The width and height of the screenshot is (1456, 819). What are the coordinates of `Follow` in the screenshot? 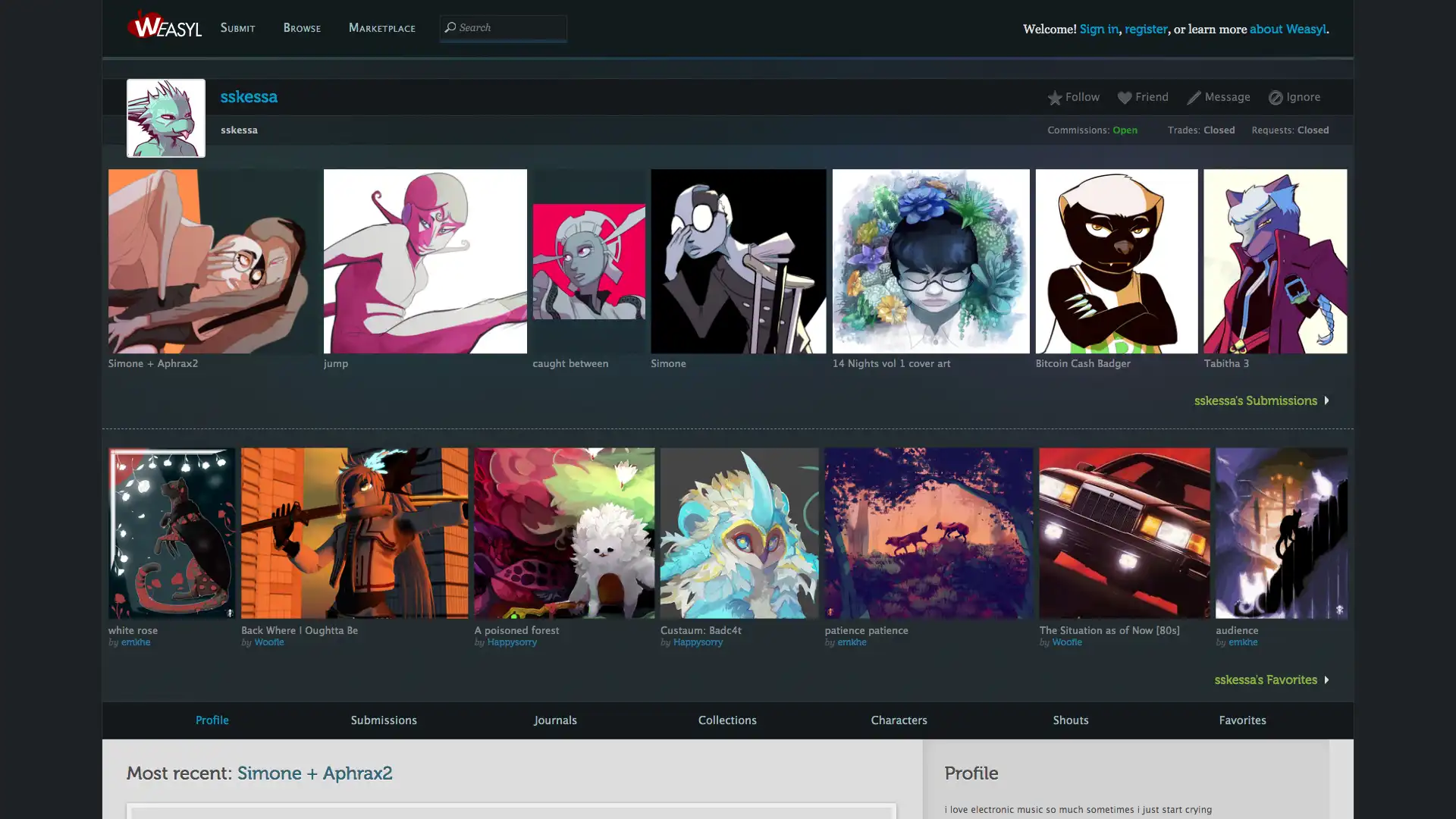 It's located at (1076, 96).